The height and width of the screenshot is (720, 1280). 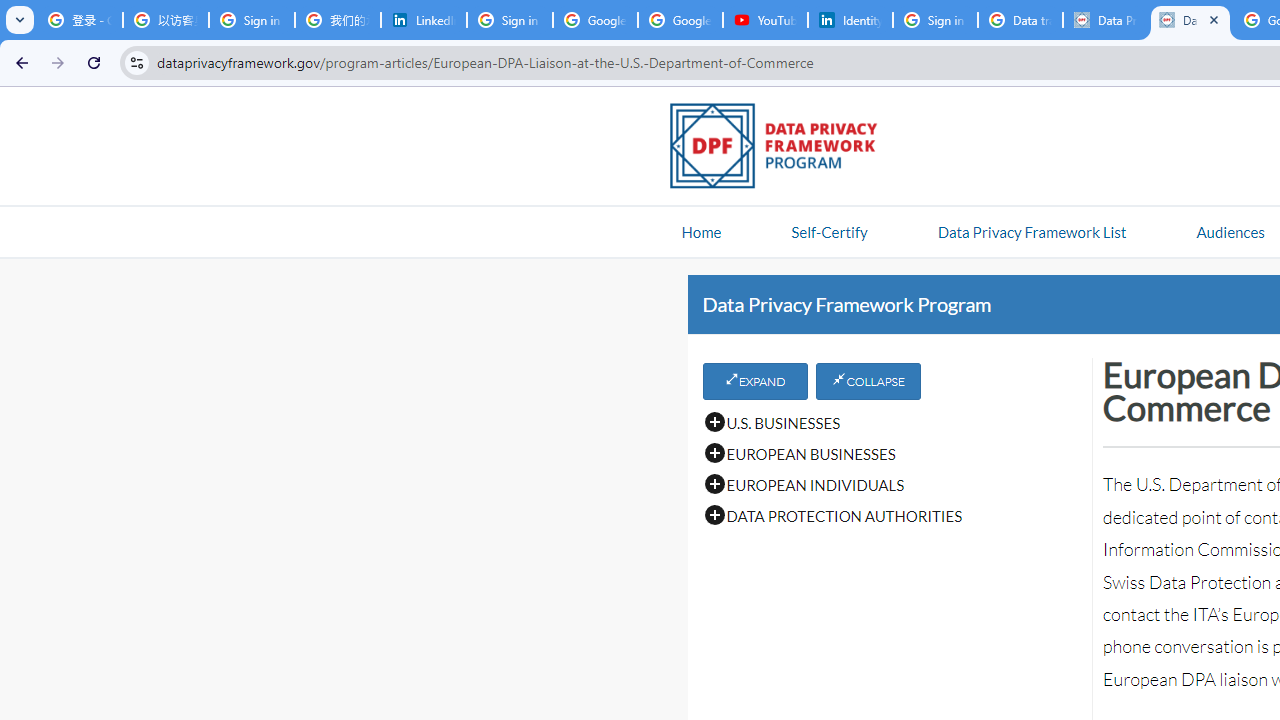 I want to click on 'LinkedIn Privacy Policy', so click(x=423, y=20).